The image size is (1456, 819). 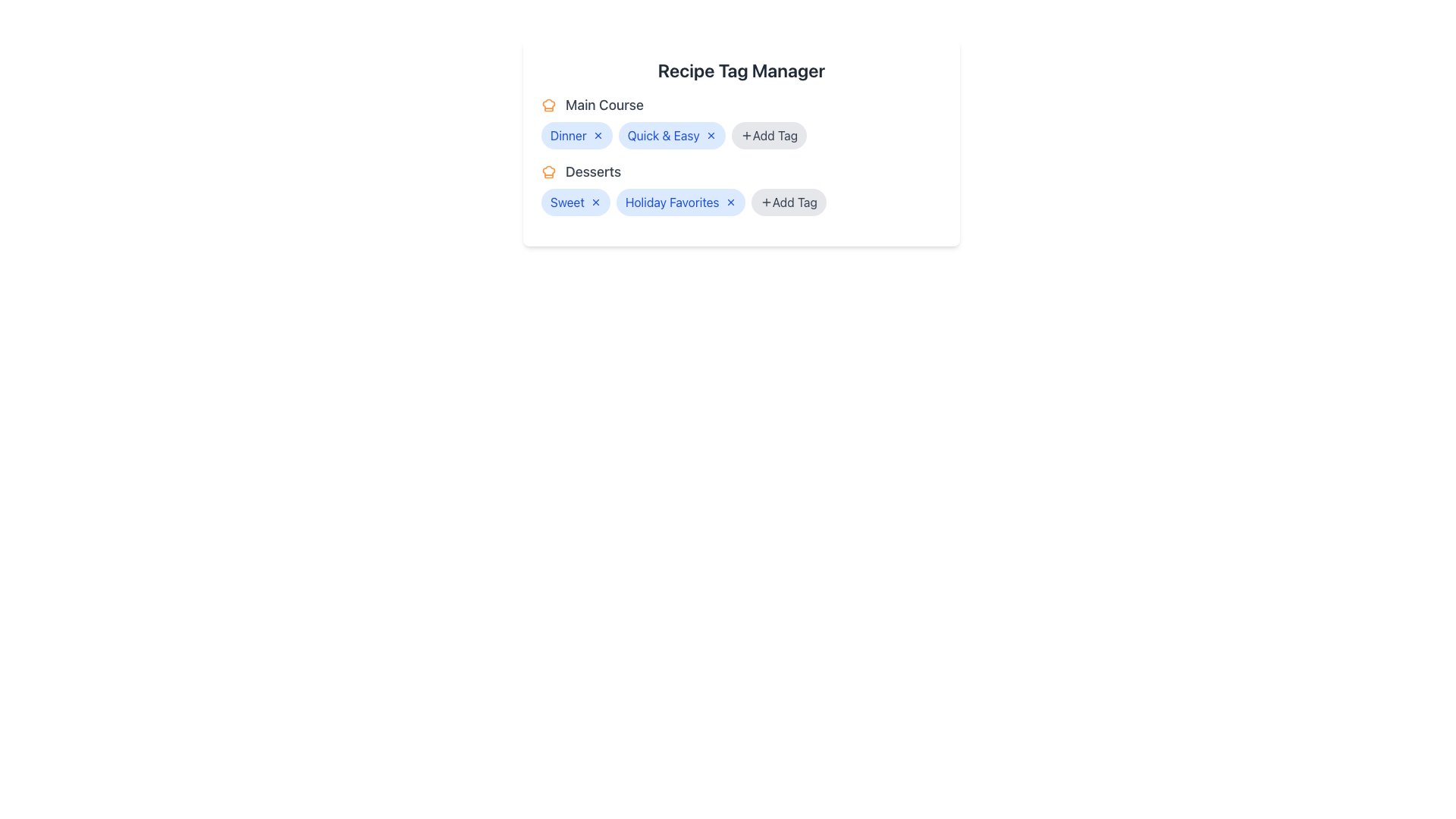 I want to click on the button located at the rightmost position in the 'Desserts' section, so click(x=789, y=201).